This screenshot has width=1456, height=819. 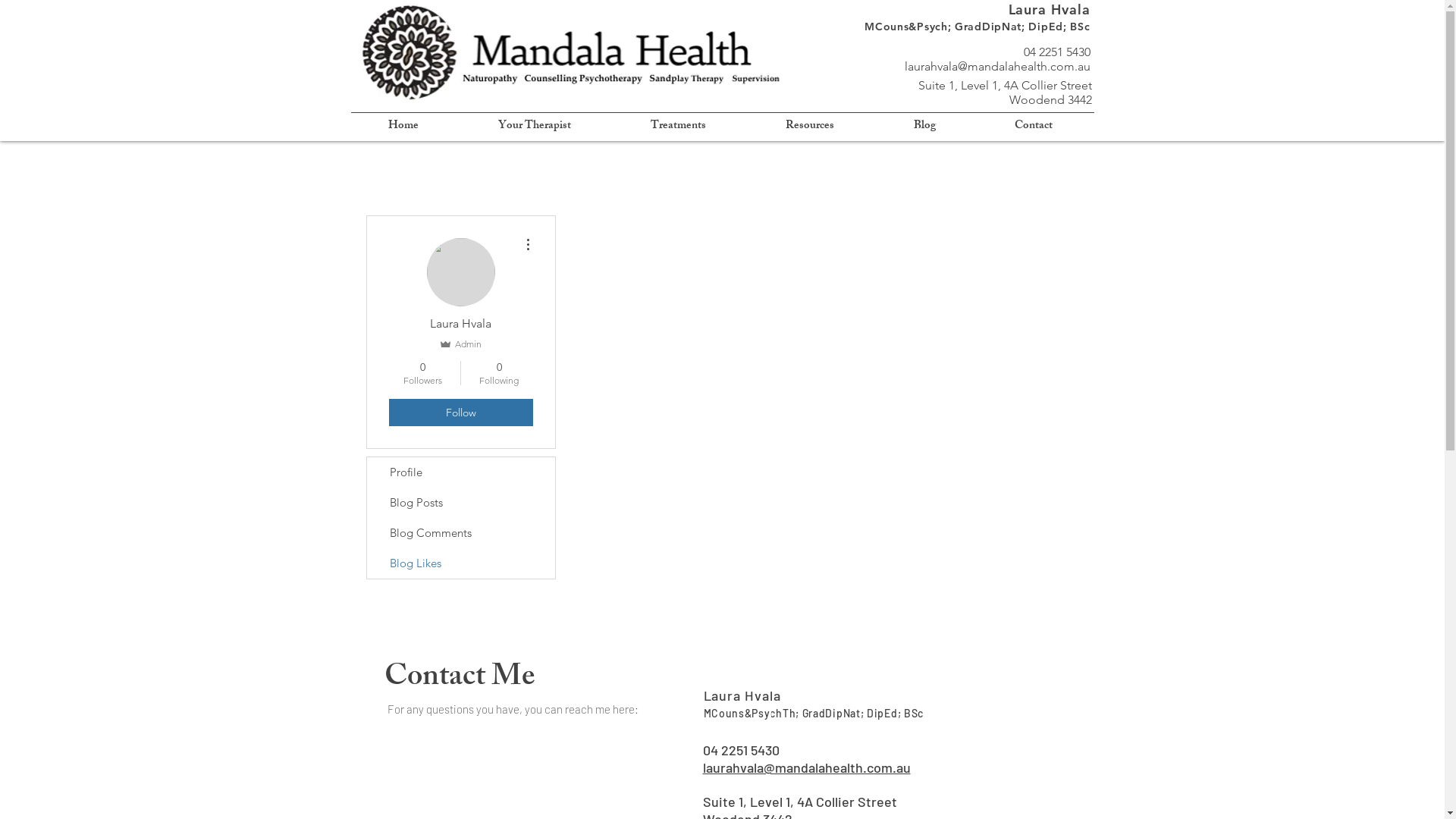 I want to click on 'Blog Likes', so click(x=460, y=563).